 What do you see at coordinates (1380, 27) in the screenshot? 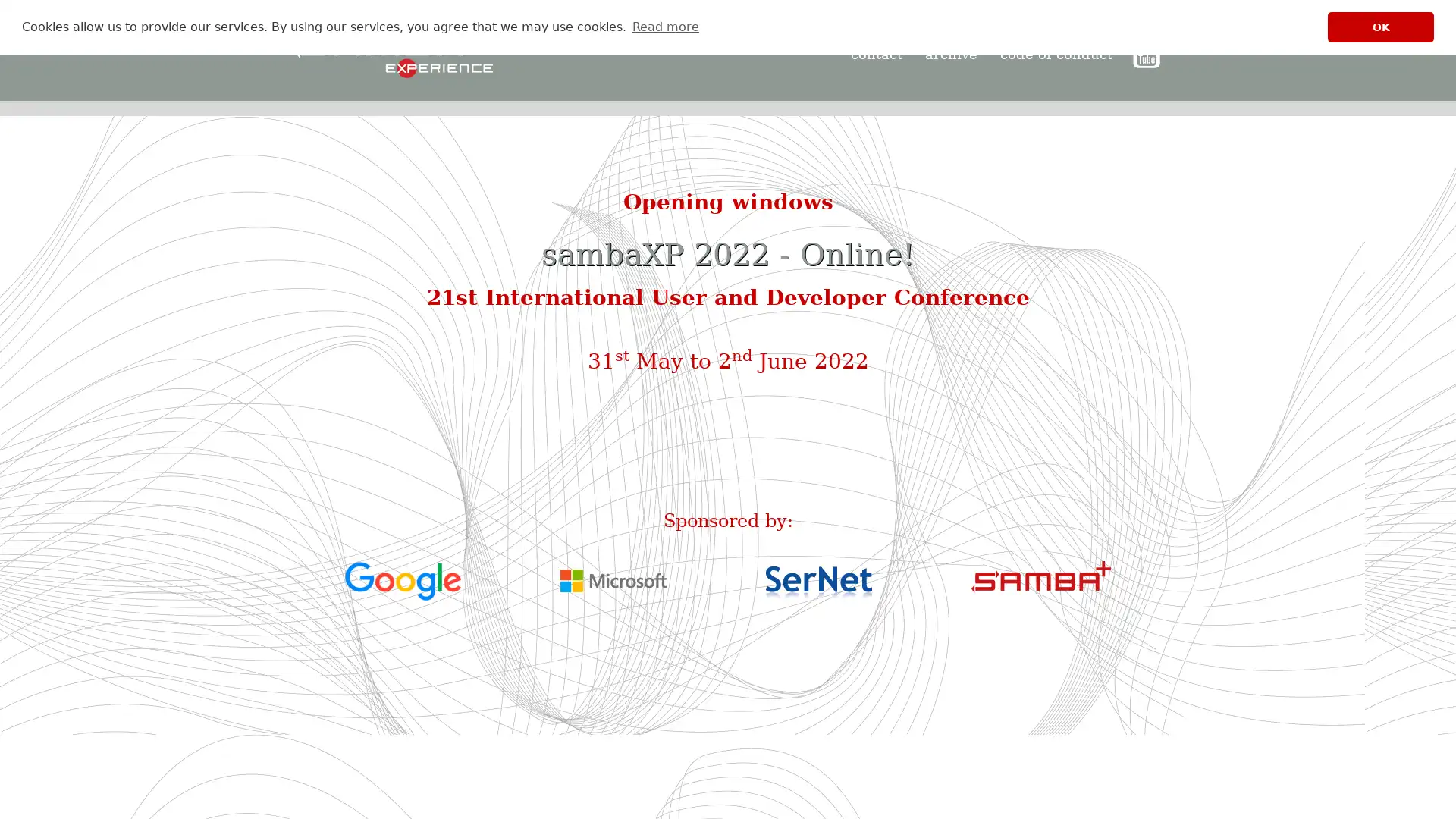
I see `dismiss cookie message` at bounding box center [1380, 27].